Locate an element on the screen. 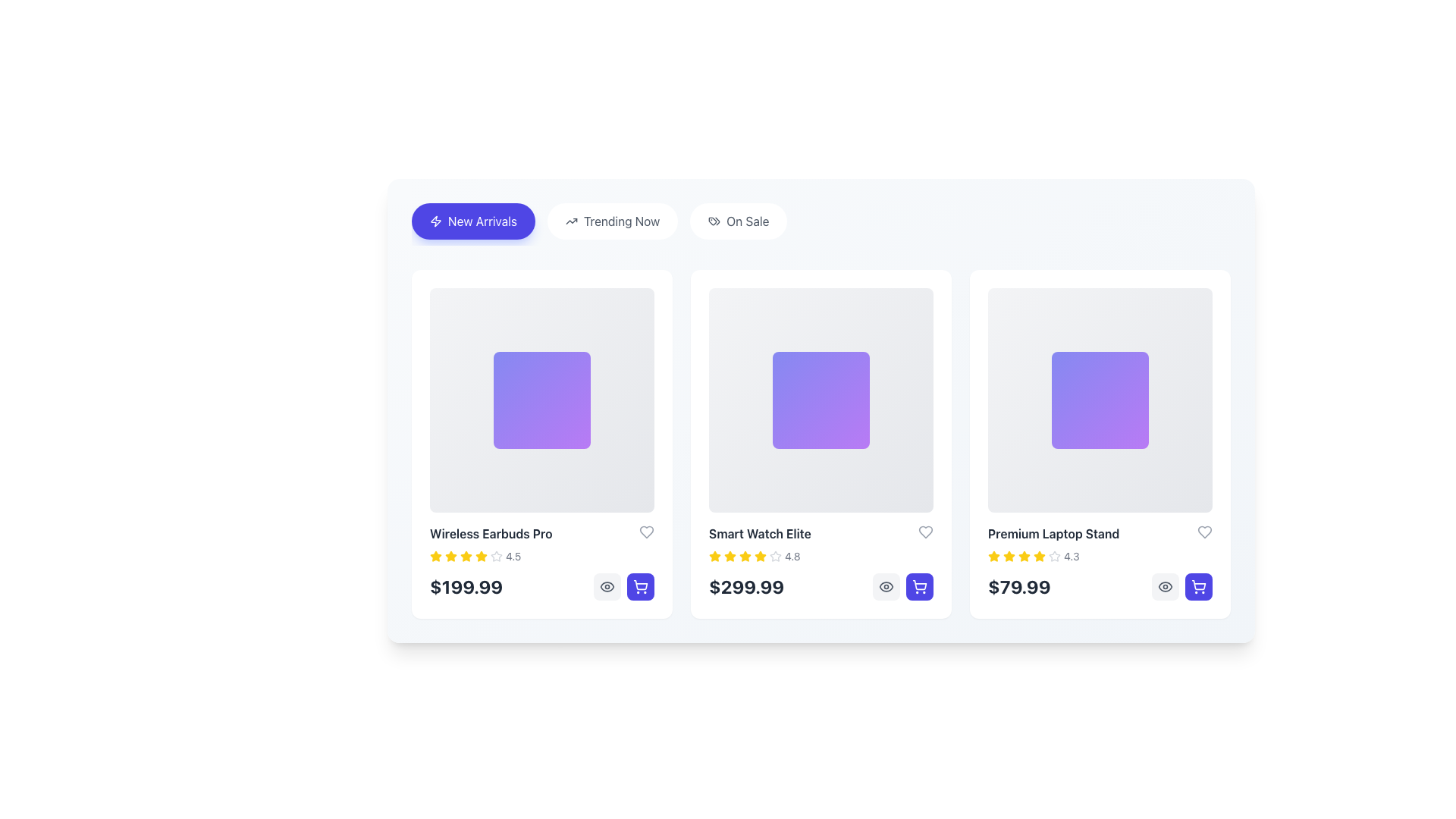  the fourth star icon indicating the star-based rating for the product 'Premium Laptop Stand.' is located at coordinates (1024, 556).